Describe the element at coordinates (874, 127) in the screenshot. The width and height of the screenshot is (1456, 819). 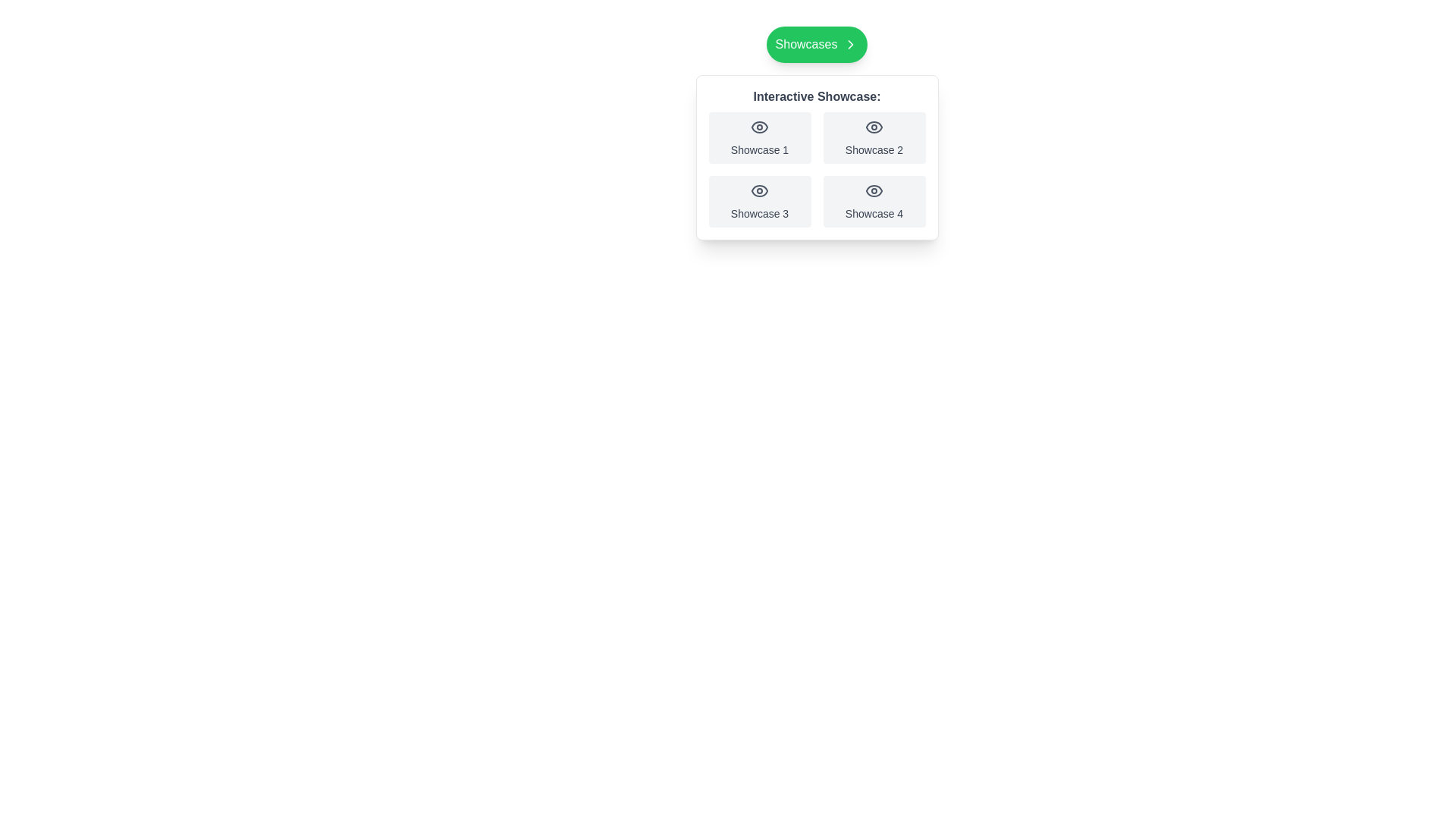
I see `the 'Showcase 2' icon located in the upper-right quadrant of the interactive showcase section` at that location.